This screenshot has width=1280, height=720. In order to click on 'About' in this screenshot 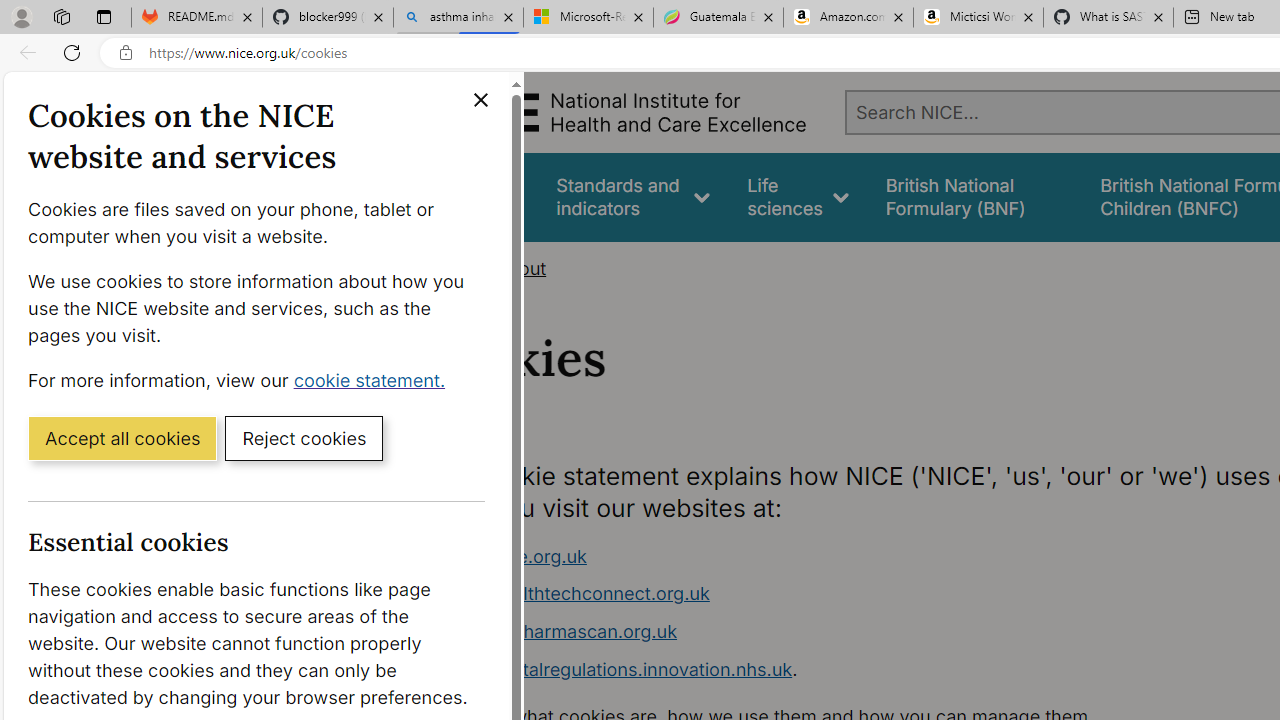, I will do `click(520, 267)`.